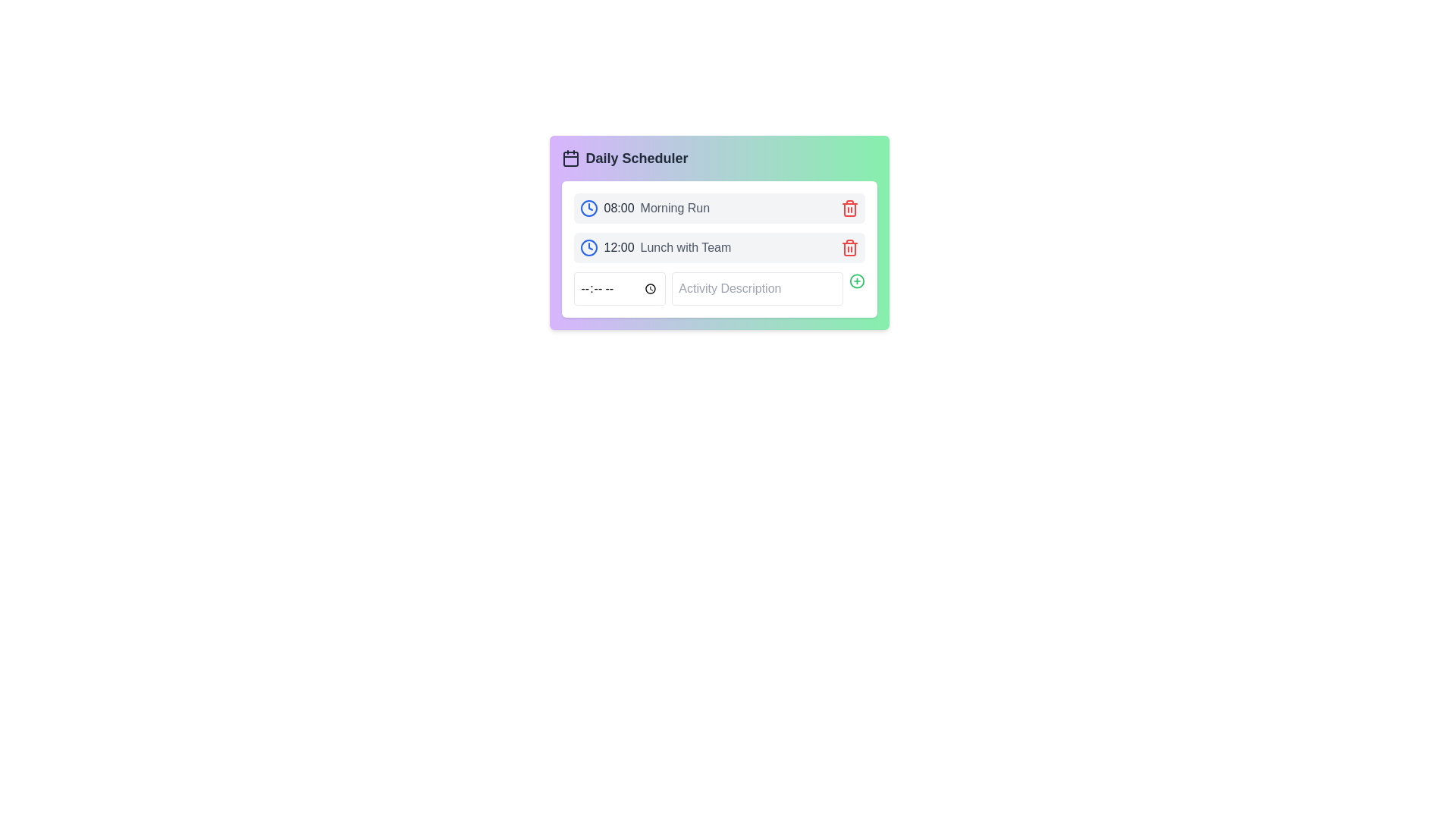 The image size is (1456, 819). I want to click on the text label displaying 'Morning Run', which is located to the right of the time label '08:00' and before the delete icon, so click(674, 208).